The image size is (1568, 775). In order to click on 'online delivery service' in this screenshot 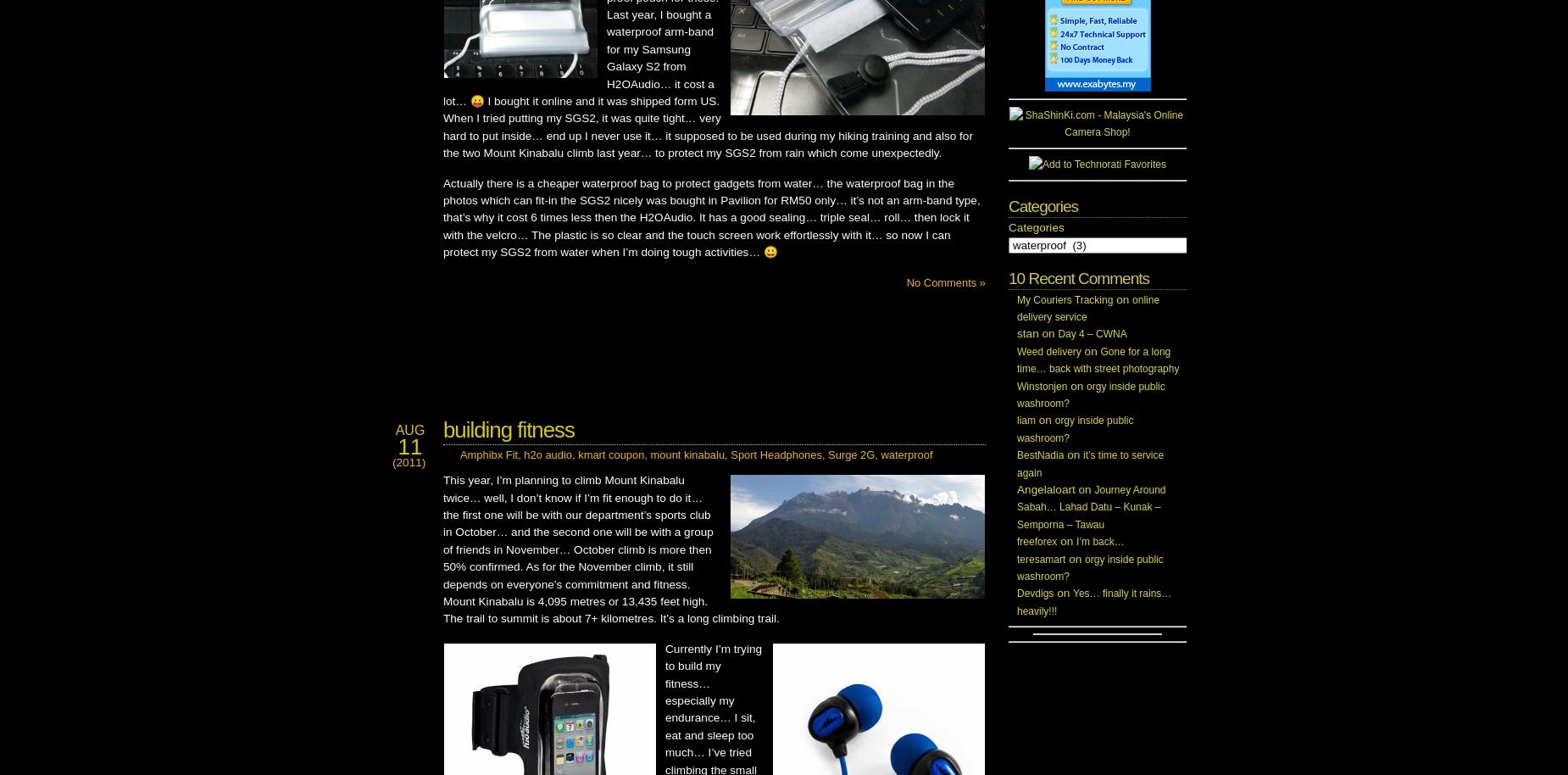, I will do `click(1087, 307)`.